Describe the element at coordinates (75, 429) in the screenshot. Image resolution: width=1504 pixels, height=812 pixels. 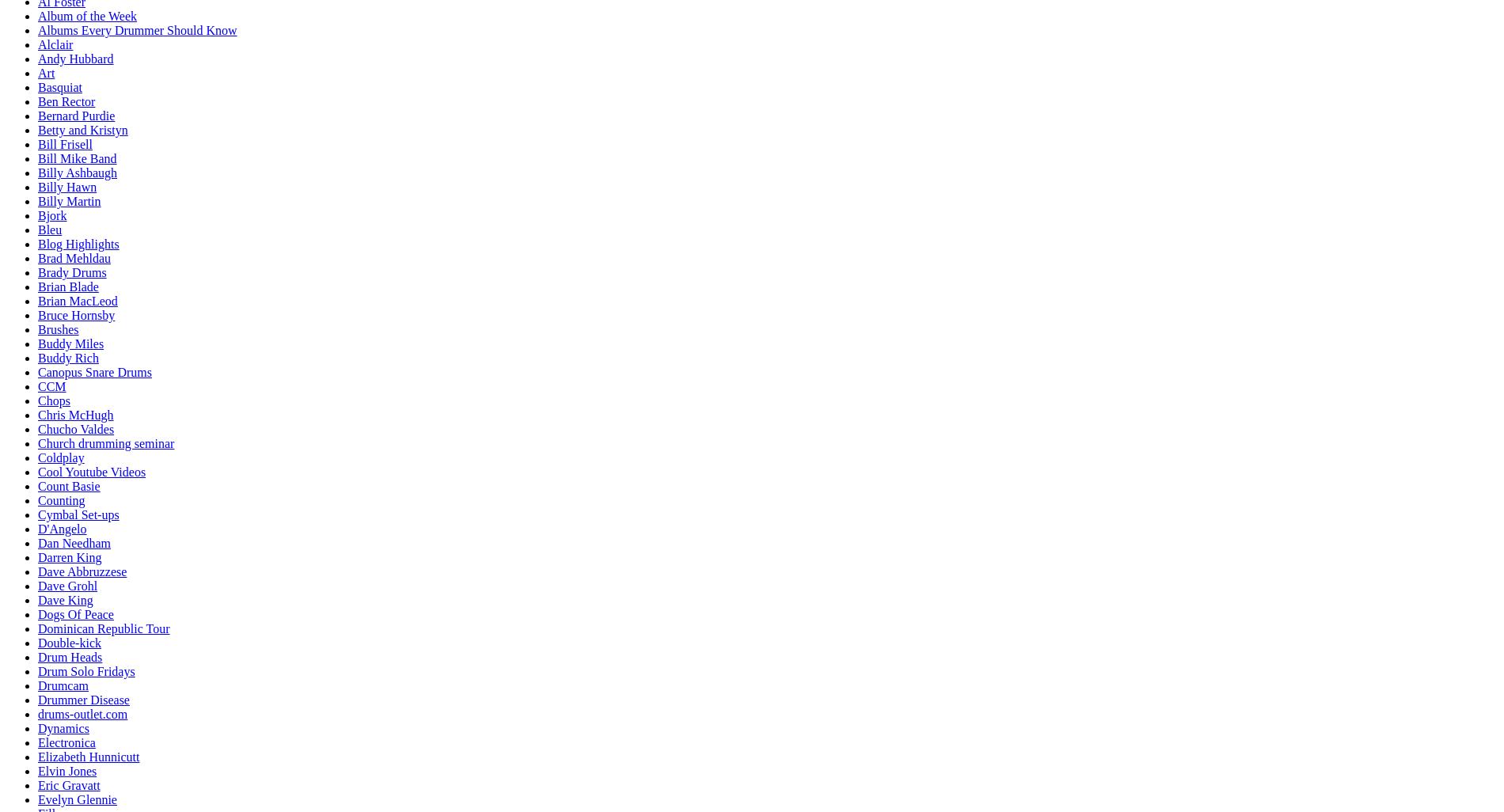
I see `'Chucho Valdes'` at that location.